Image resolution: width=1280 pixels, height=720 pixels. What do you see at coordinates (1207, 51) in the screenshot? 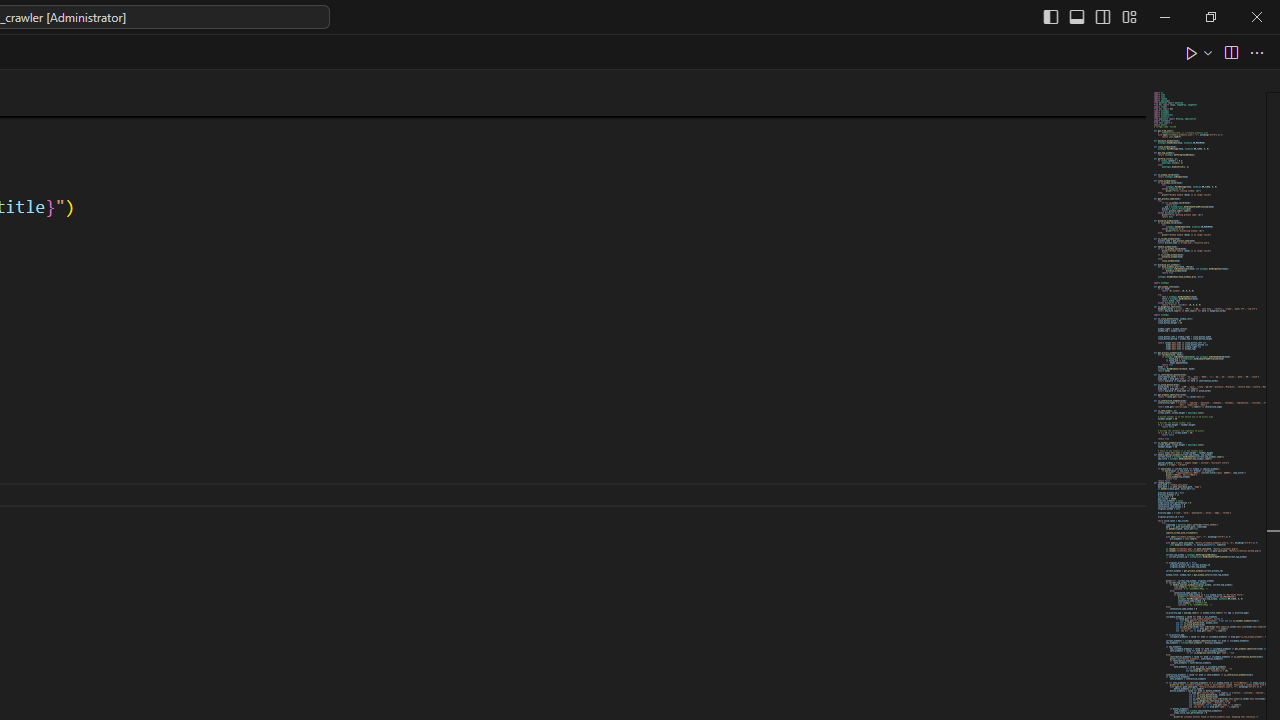
I see `'Run or Debug...'` at bounding box center [1207, 51].